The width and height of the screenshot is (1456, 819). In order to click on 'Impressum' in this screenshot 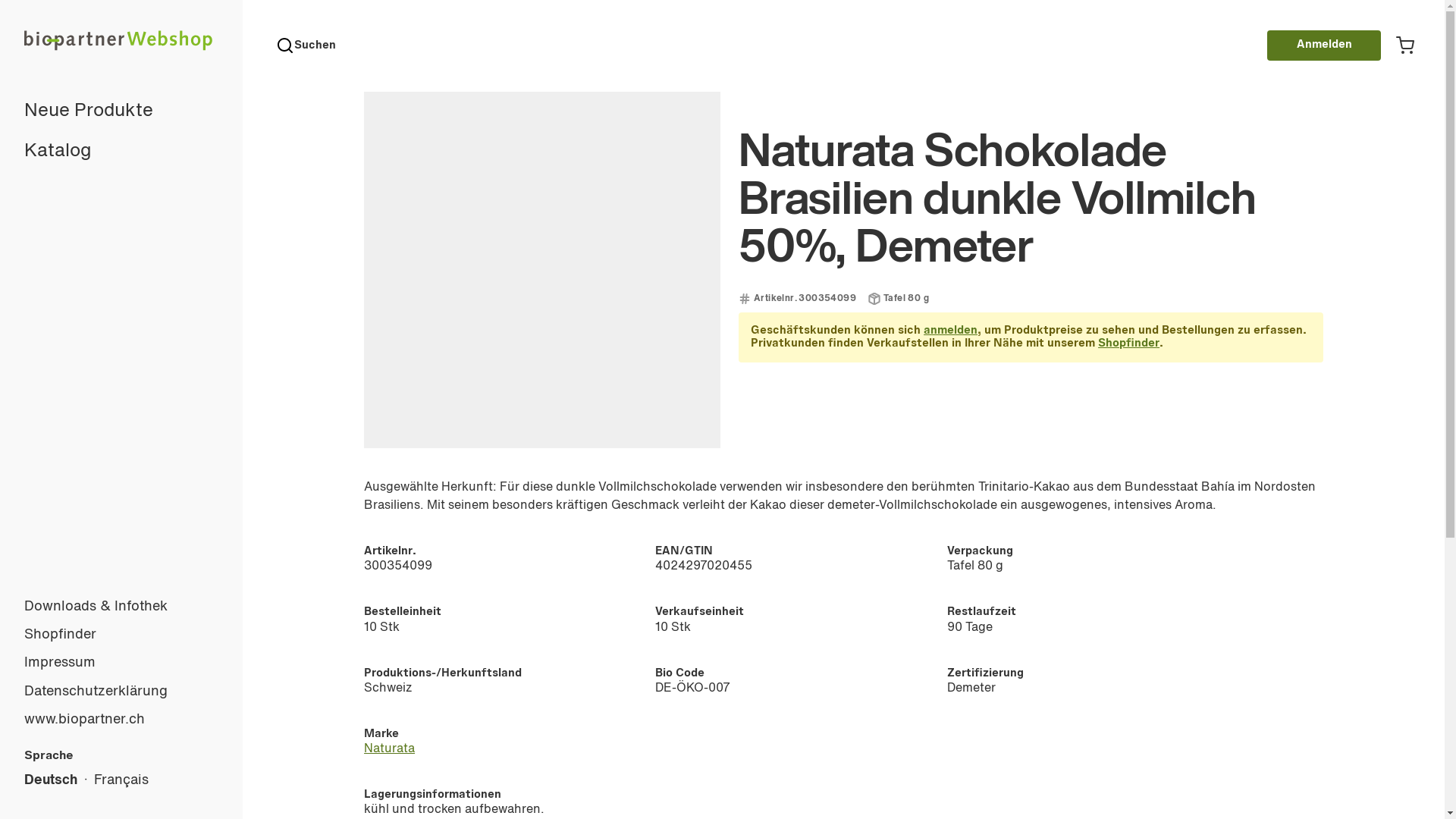, I will do `click(0, 662)`.